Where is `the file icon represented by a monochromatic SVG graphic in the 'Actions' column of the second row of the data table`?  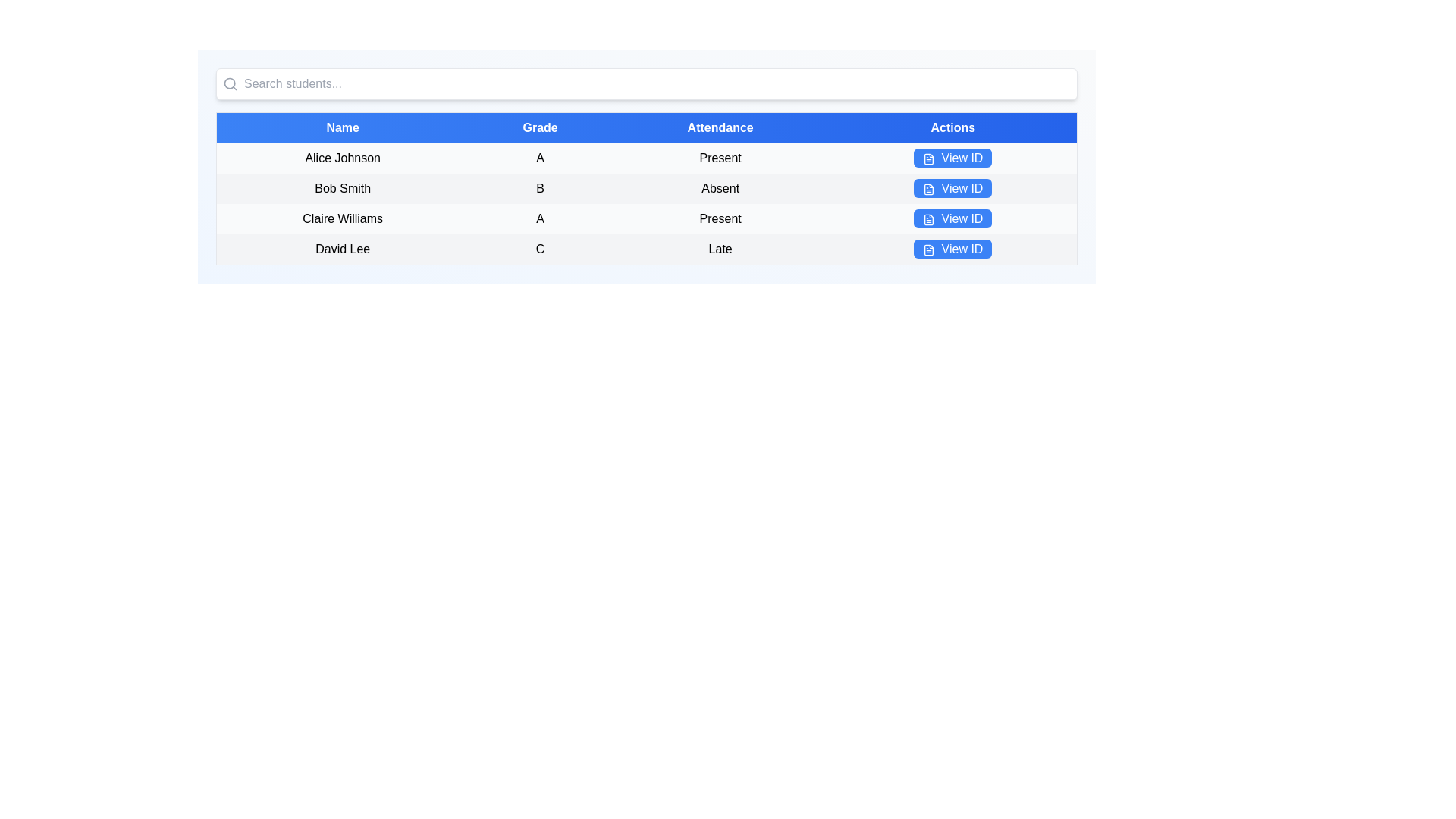 the file icon represented by a monochromatic SVG graphic in the 'Actions' column of the second row of the data table is located at coordinates (928, 188).